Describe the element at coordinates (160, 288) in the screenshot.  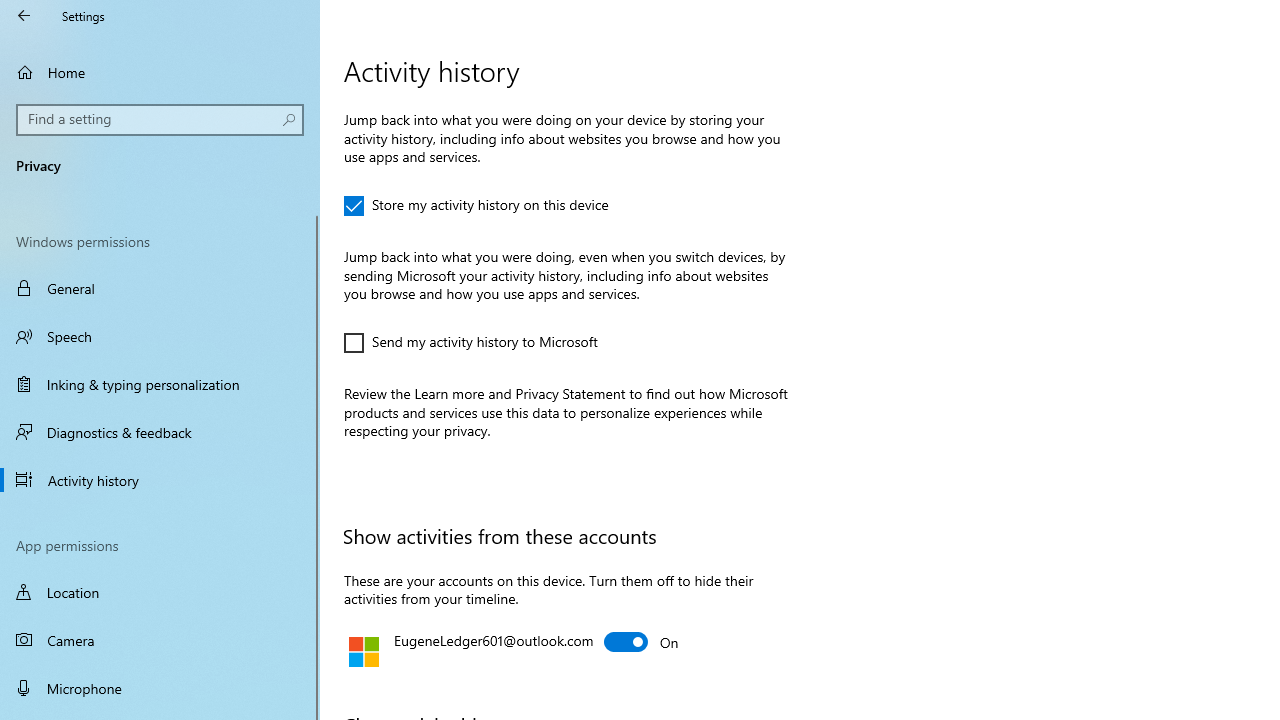
I see `'General'` at that location.